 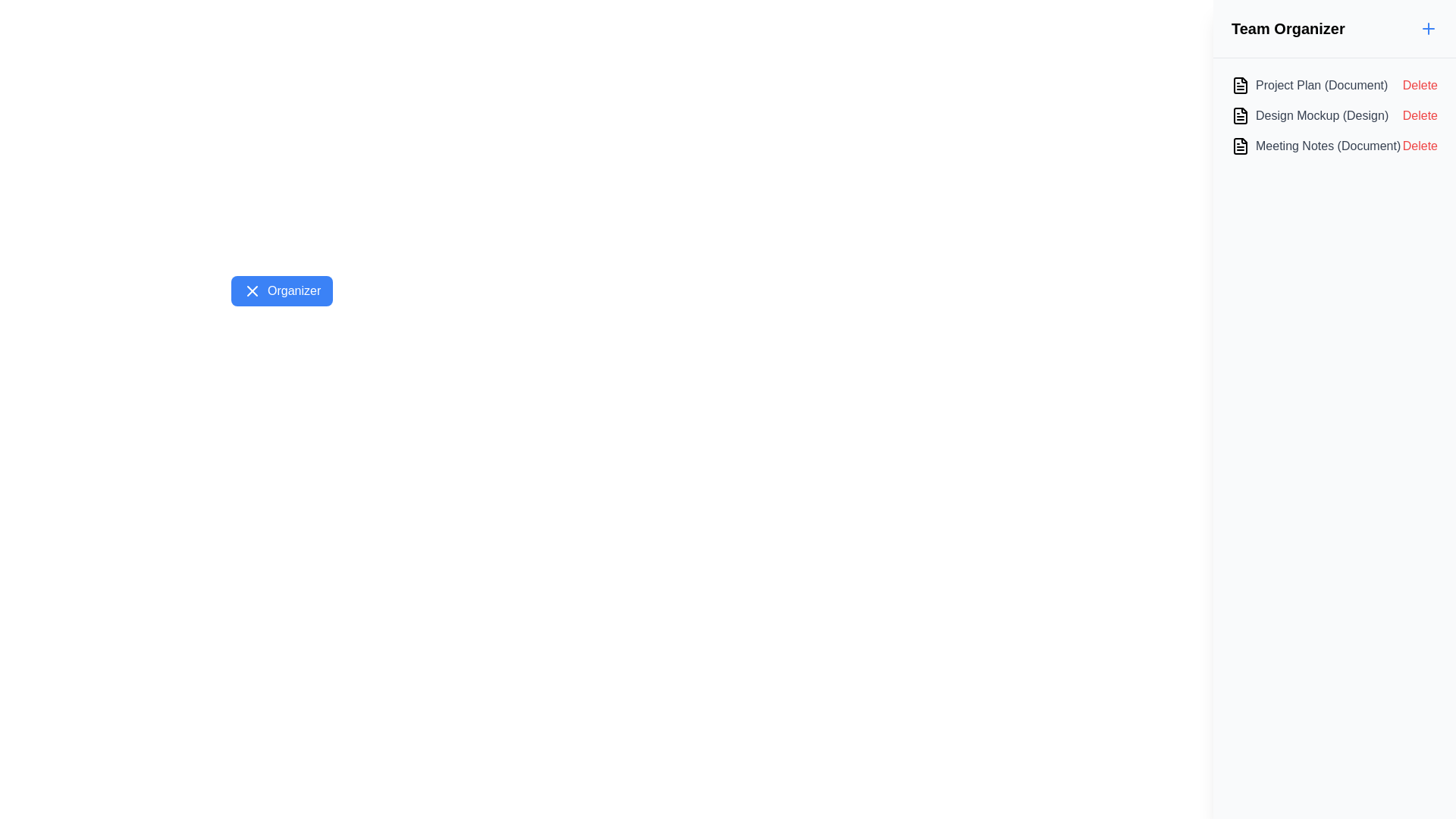 I want to click on the second list item in the right sidebar labeled 'Design Mockup (Design)', so click(x=1309, y=115).